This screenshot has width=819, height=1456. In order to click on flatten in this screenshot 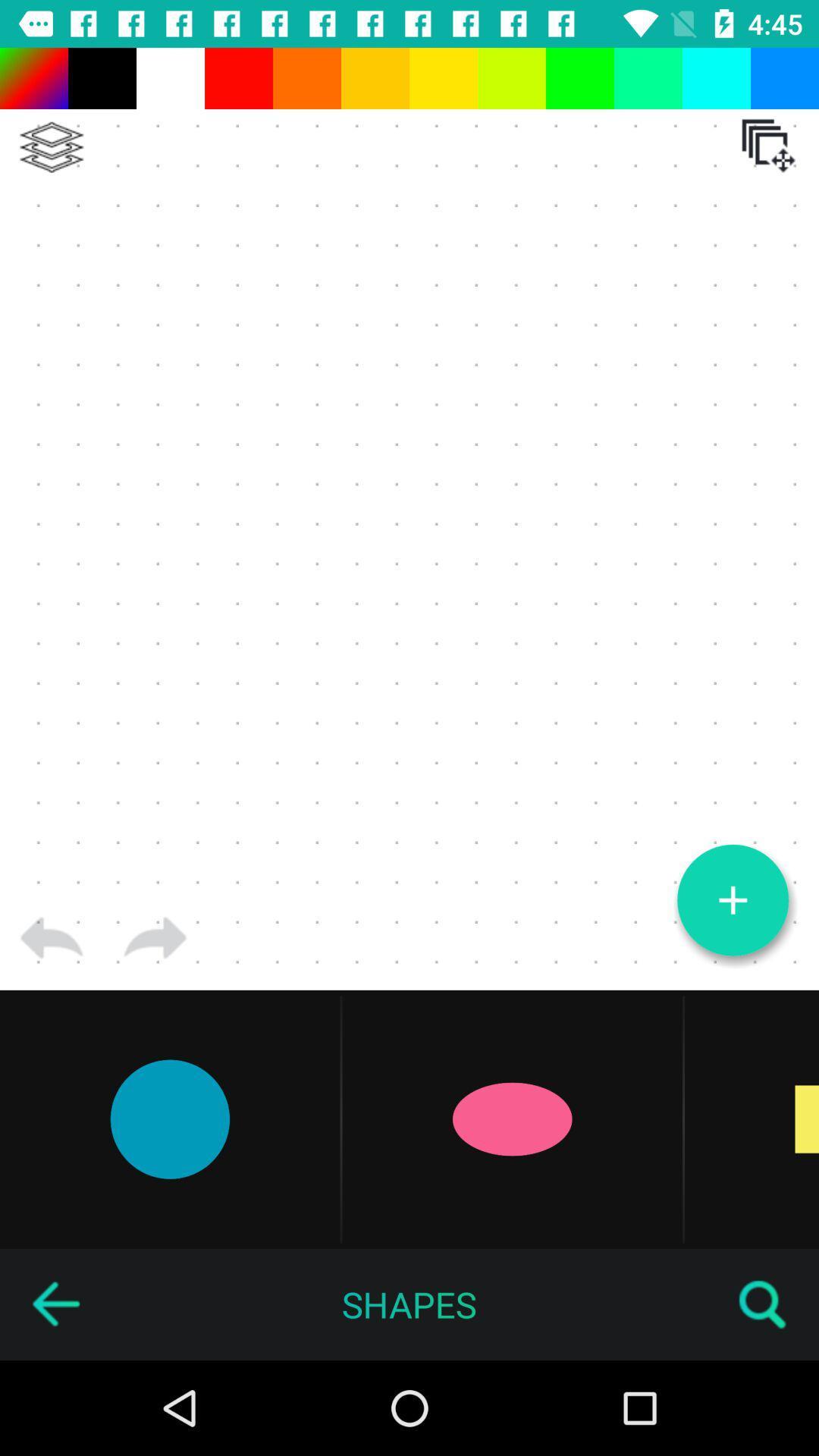, I will do `click(51, 147)`.